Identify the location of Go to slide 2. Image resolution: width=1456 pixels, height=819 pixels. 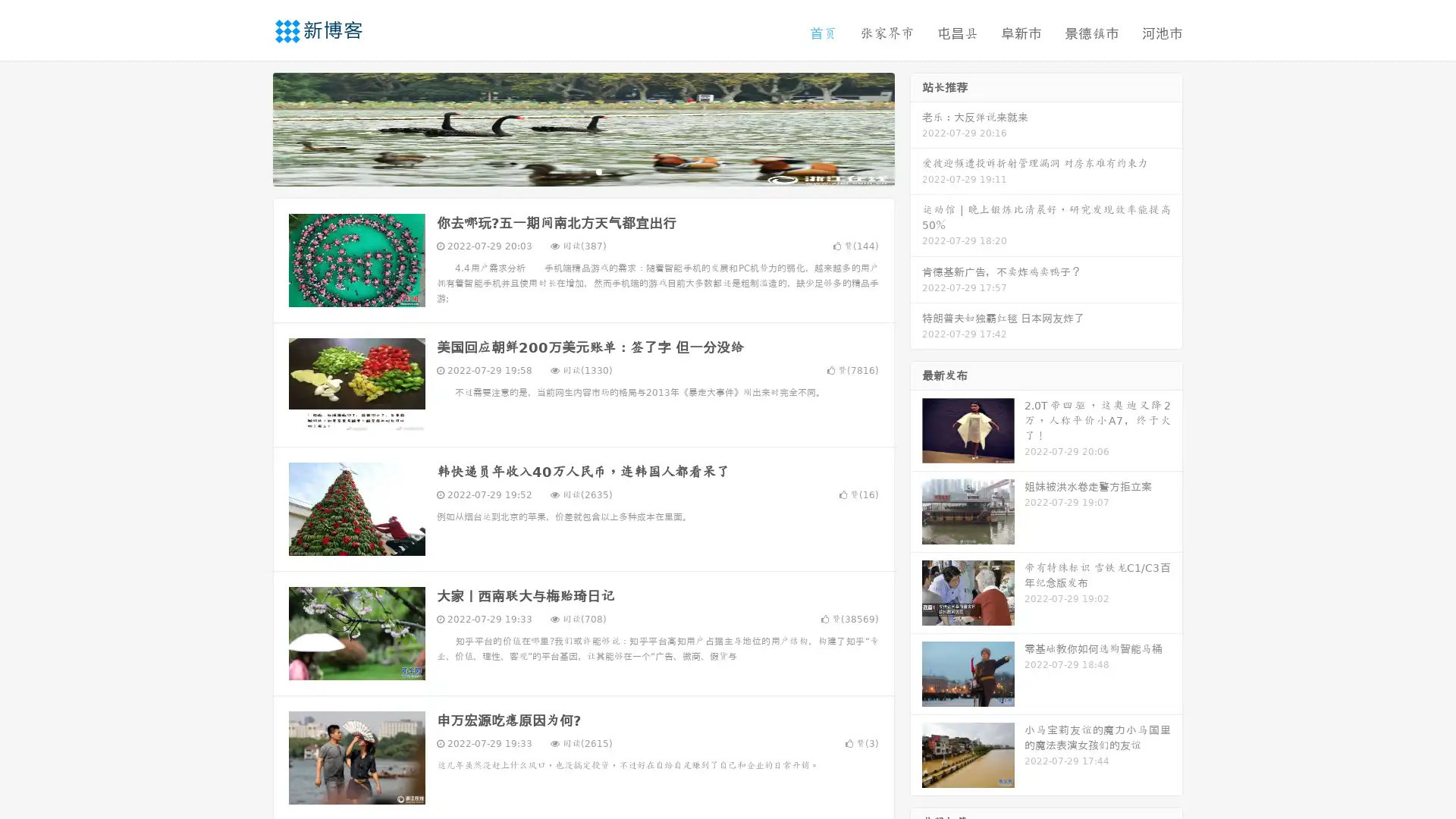
(582, 171).